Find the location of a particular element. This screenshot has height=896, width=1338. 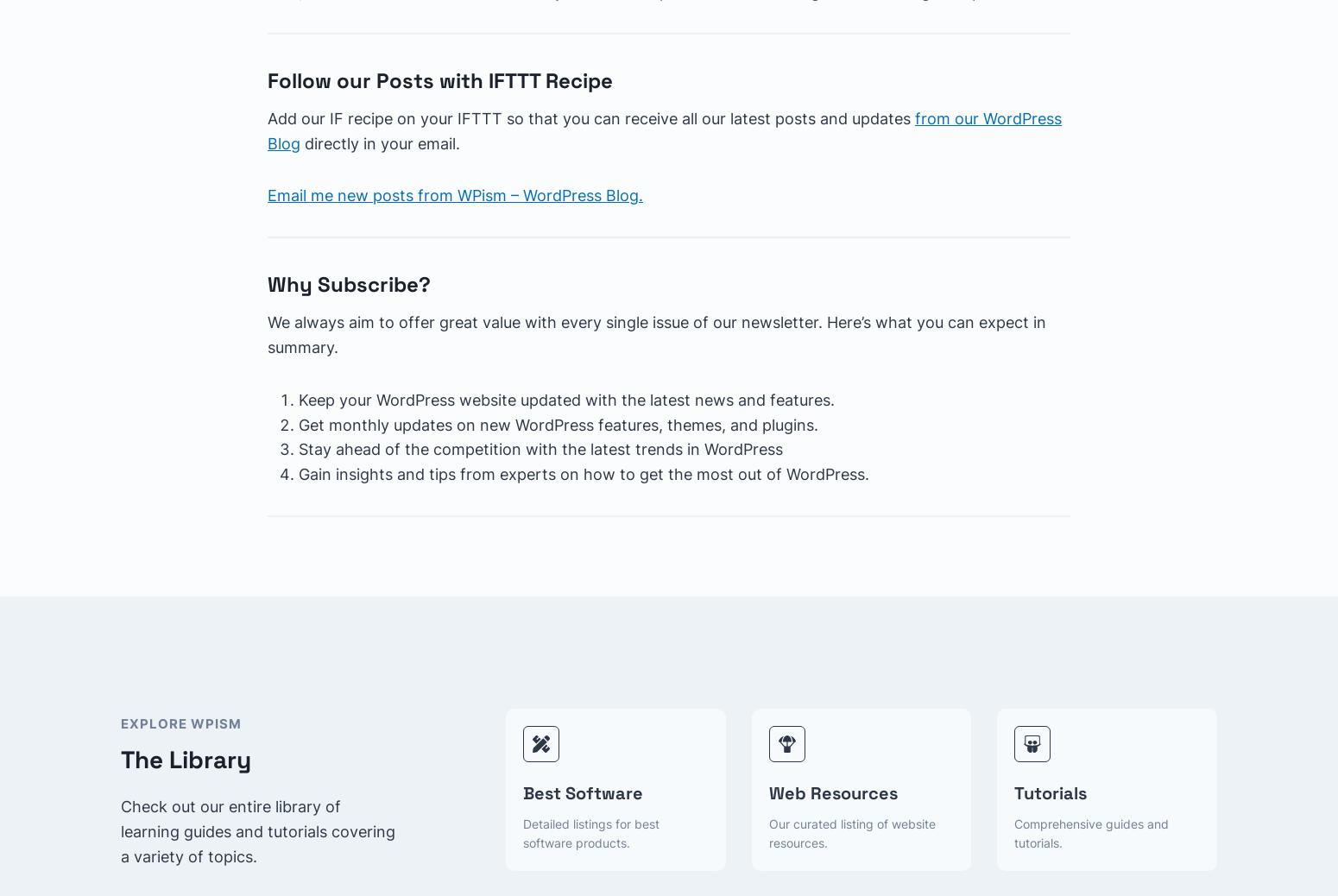

'Comprehensive guides and tutorials.' is located at coordinates (1090, 833).